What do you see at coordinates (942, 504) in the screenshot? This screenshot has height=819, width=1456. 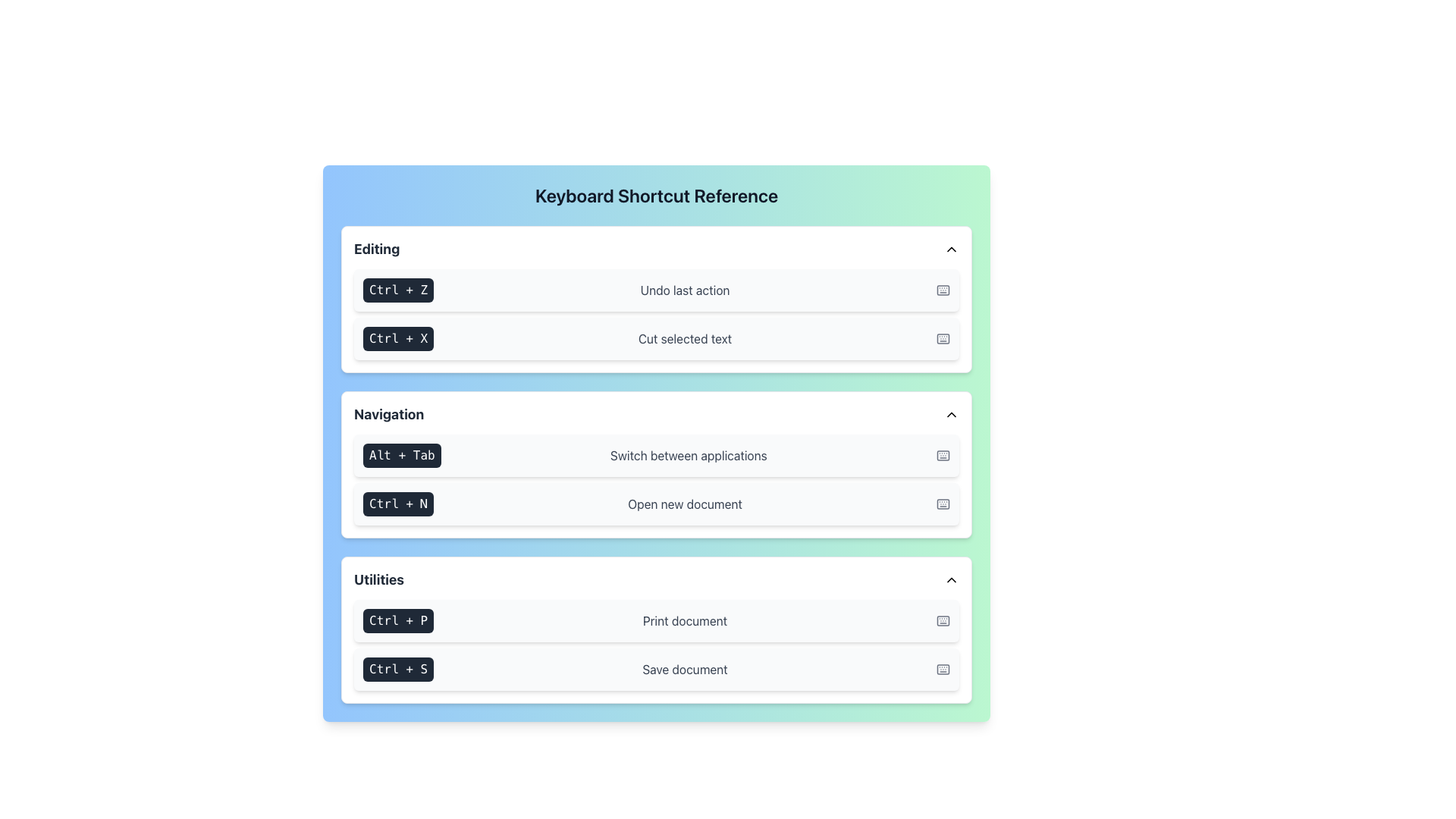 I see `the rectangular SVG component located to the right of the 'Open new document' entry in the 'Navigation' section` at bounding box center [942, 504].